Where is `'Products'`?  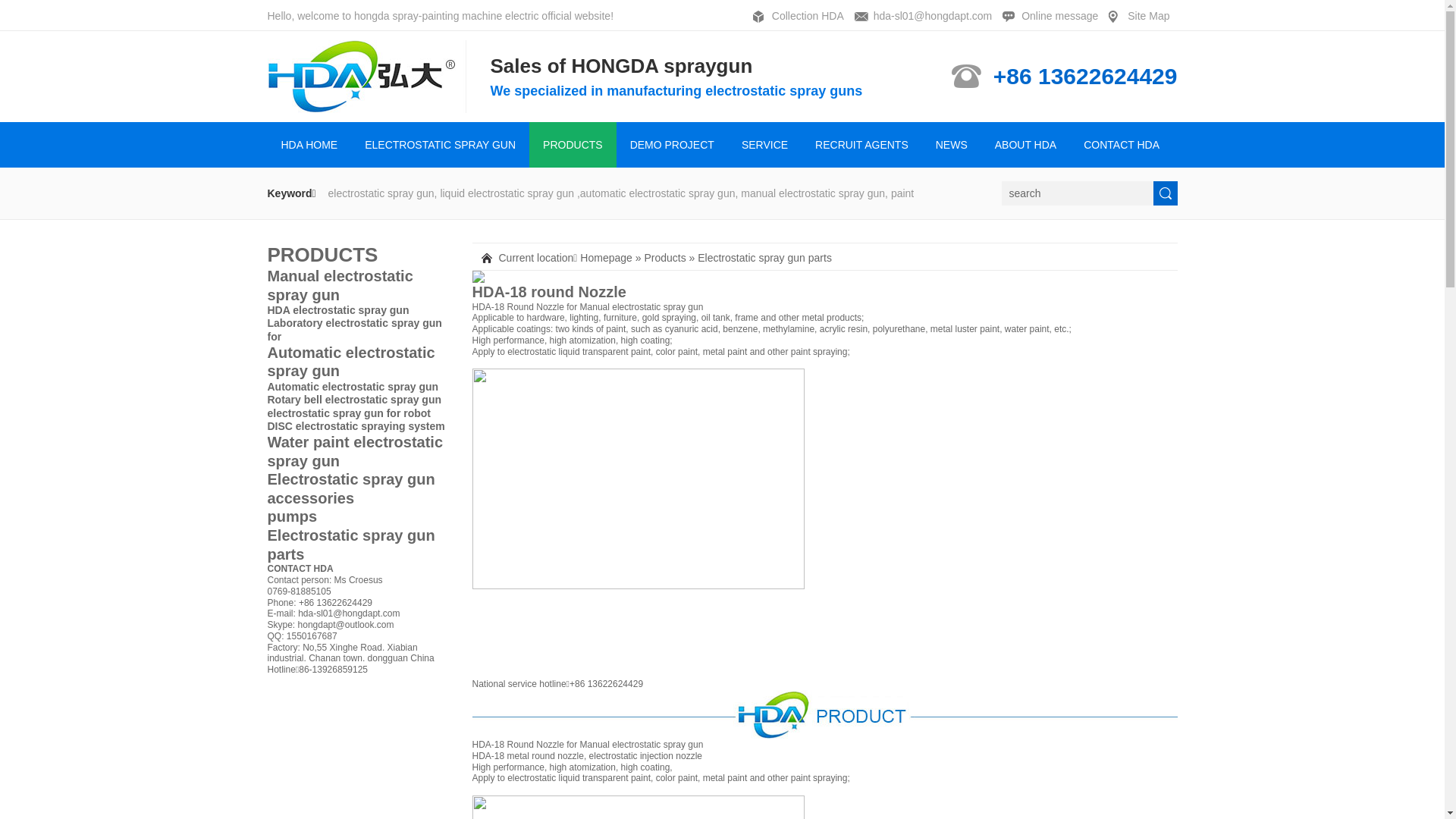 'Products' is located at coordinates (664, 256).